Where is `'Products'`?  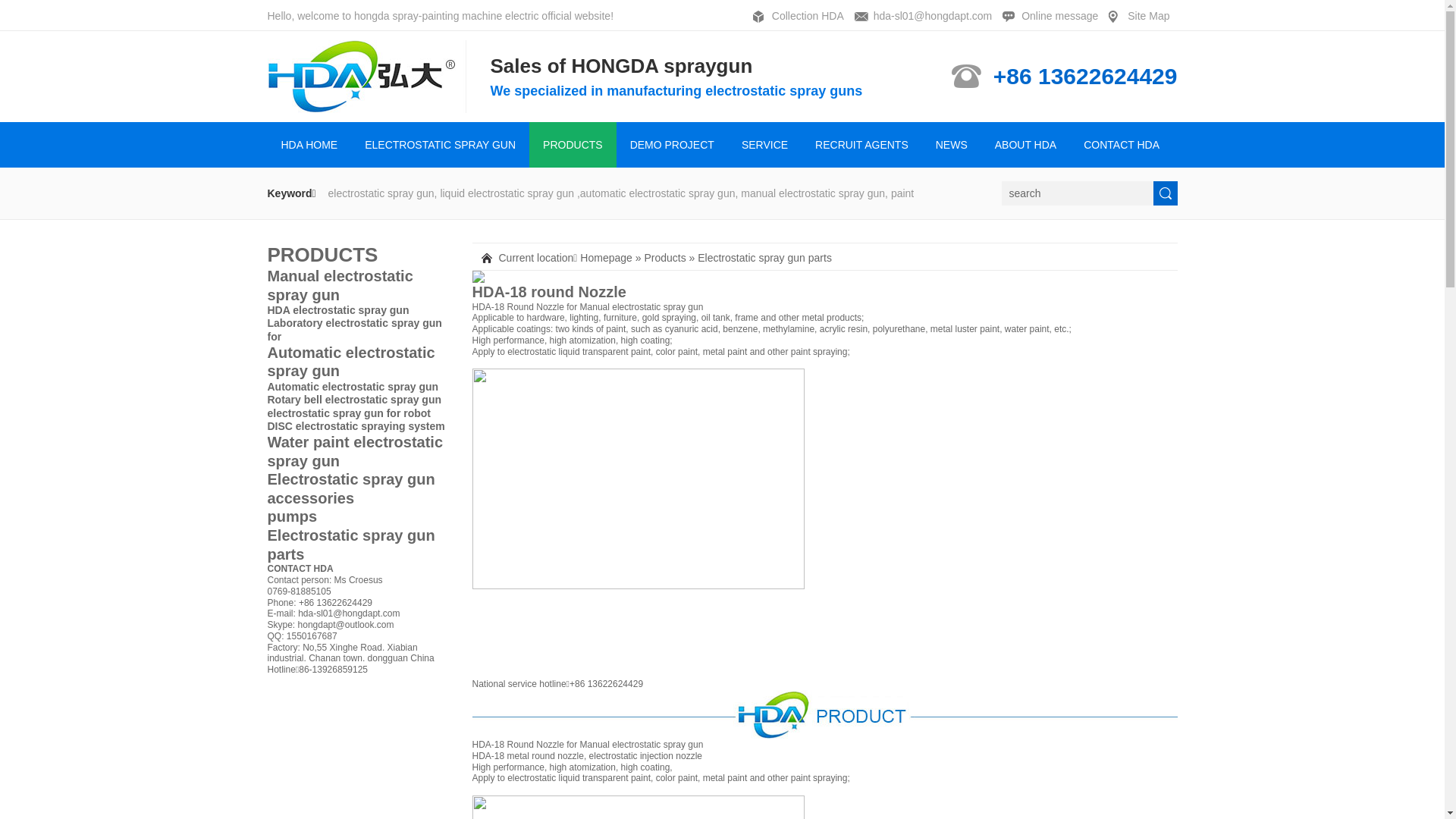 'Products' is located at coordinates (664, 256).